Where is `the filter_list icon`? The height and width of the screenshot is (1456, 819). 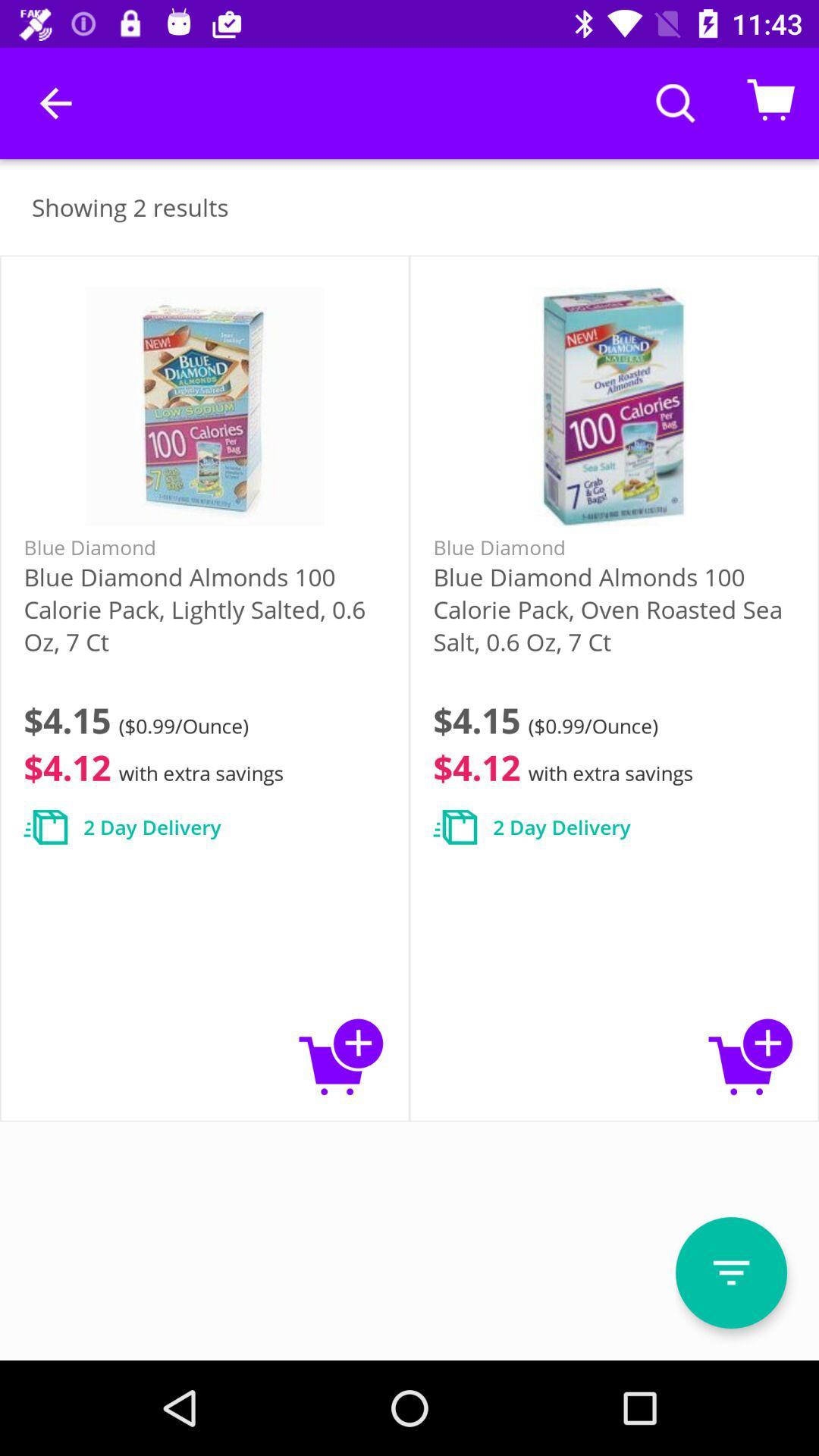 the filter_list icon is located at coordinates (730, 1272).